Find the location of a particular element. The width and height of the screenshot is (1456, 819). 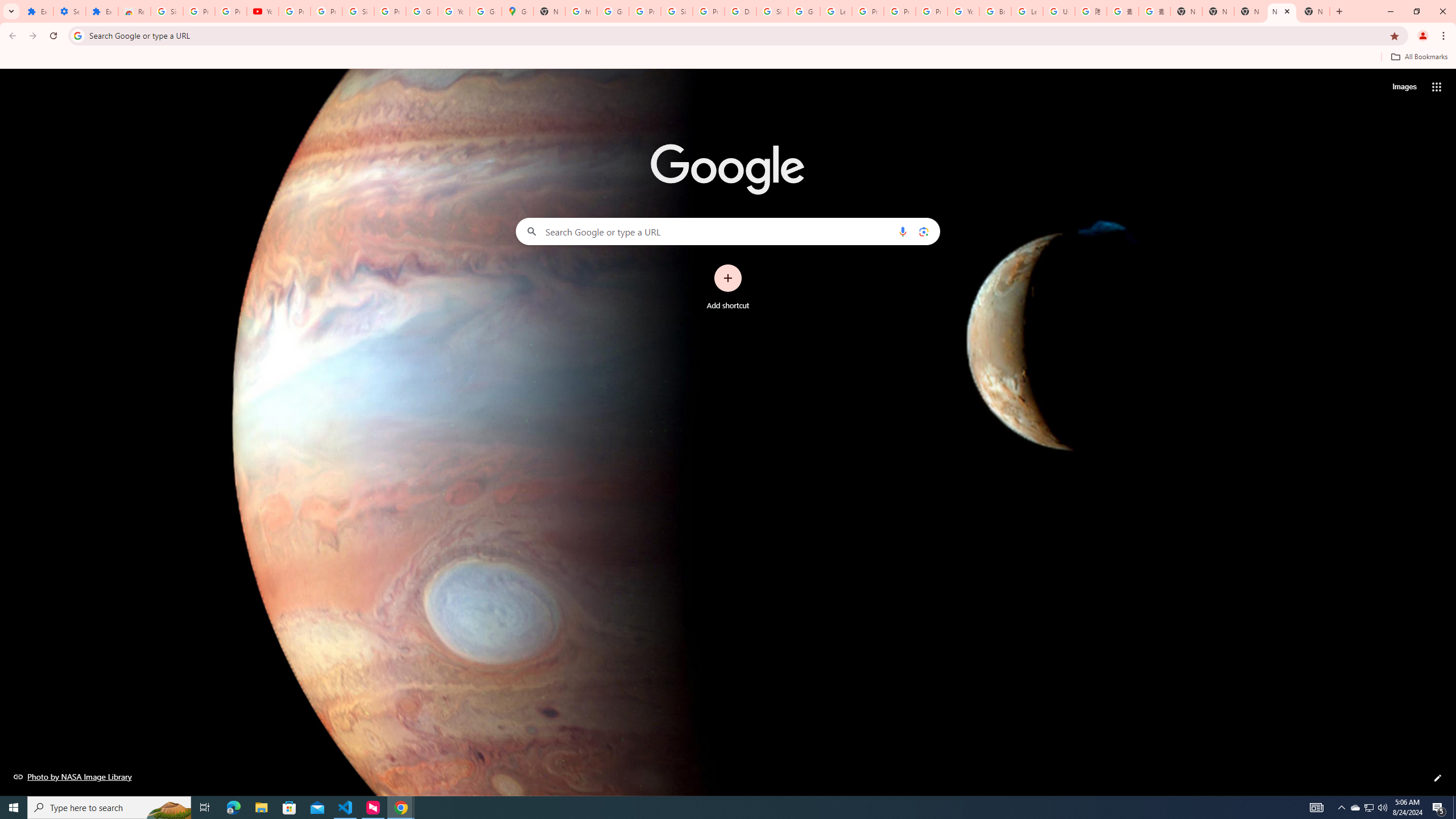

'Delete specific Google services or your Google Account' is located at coordinates (739, 11).